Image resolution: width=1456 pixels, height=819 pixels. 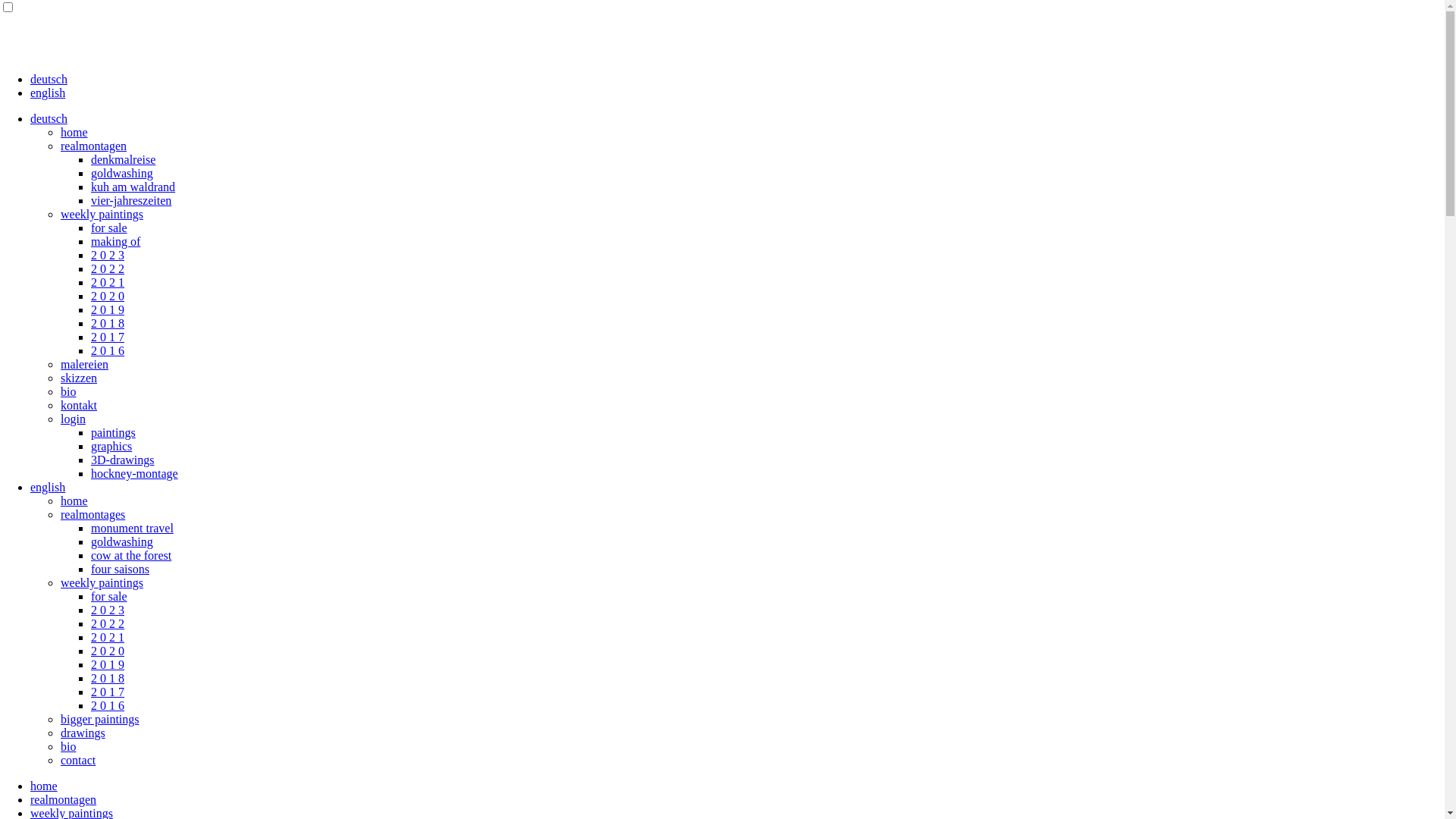 What do you see at coordinates (72, 419) in the screenshot?
I see `'login'` at bounding box center [72, 419].